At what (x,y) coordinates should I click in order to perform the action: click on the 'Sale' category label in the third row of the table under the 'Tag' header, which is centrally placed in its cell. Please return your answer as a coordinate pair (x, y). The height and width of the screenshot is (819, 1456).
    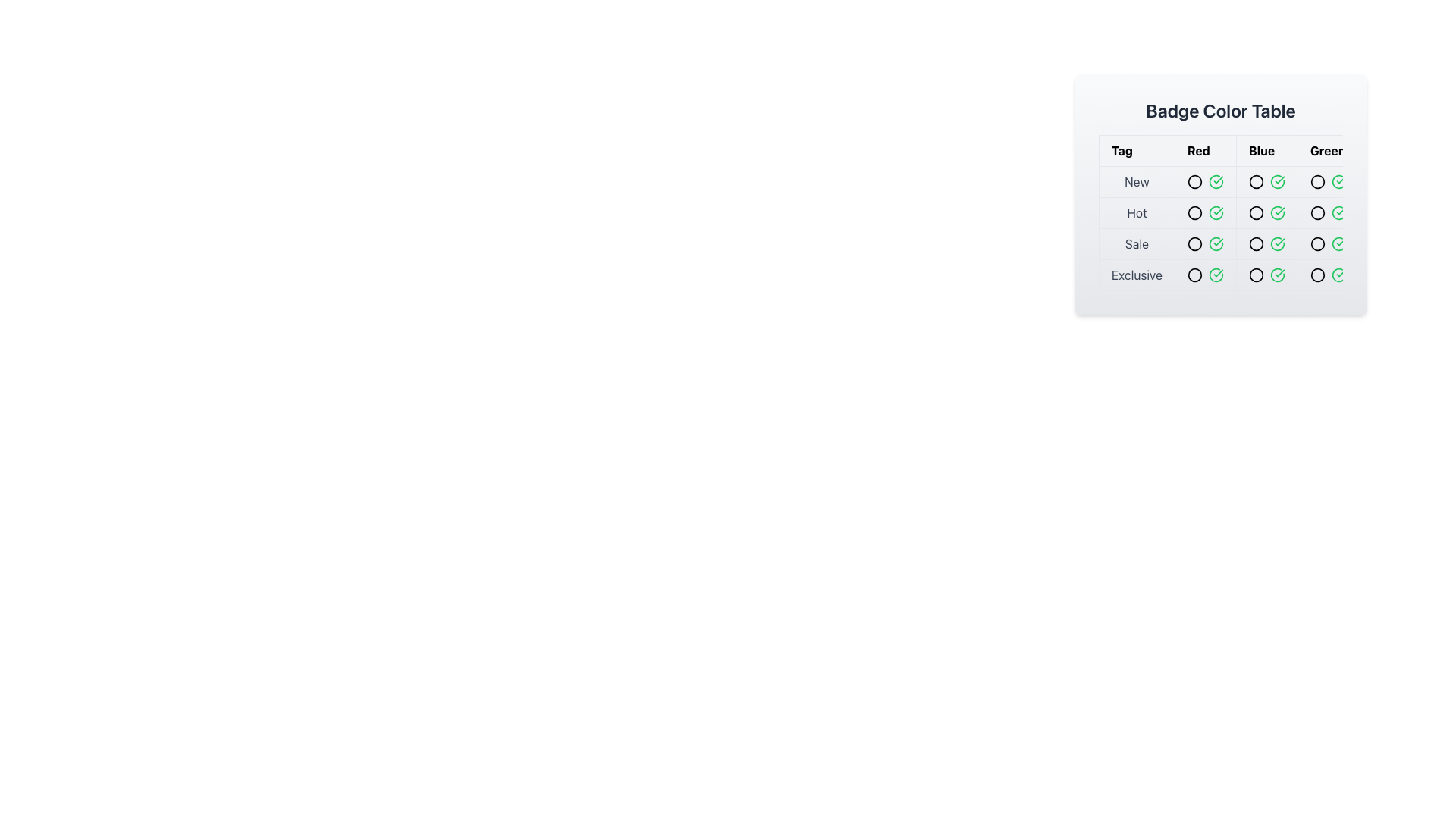
    Looking at the image, I should click on (1137, 243).